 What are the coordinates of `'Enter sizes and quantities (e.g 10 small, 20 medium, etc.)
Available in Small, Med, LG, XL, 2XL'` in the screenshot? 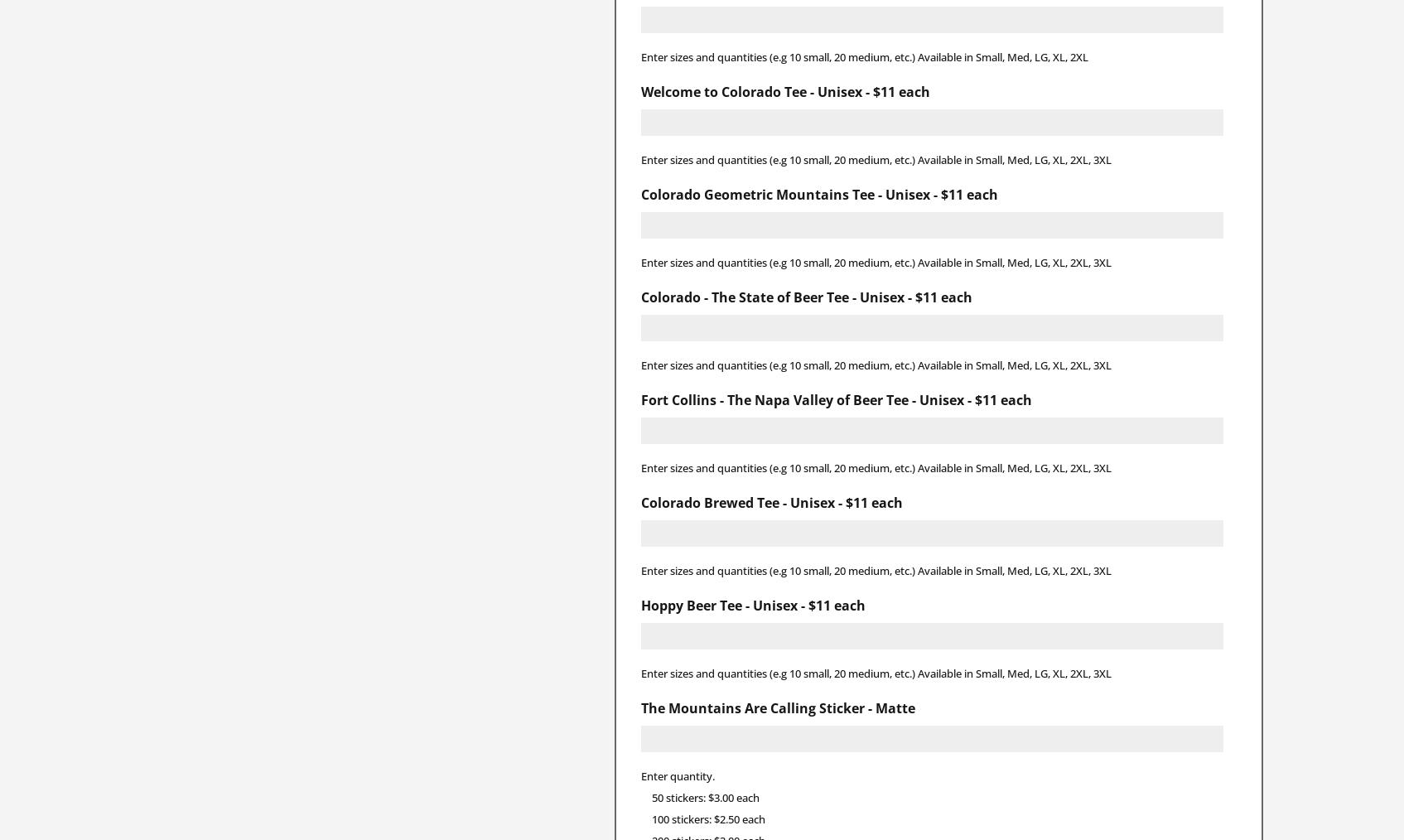 It's located at (862, 56).